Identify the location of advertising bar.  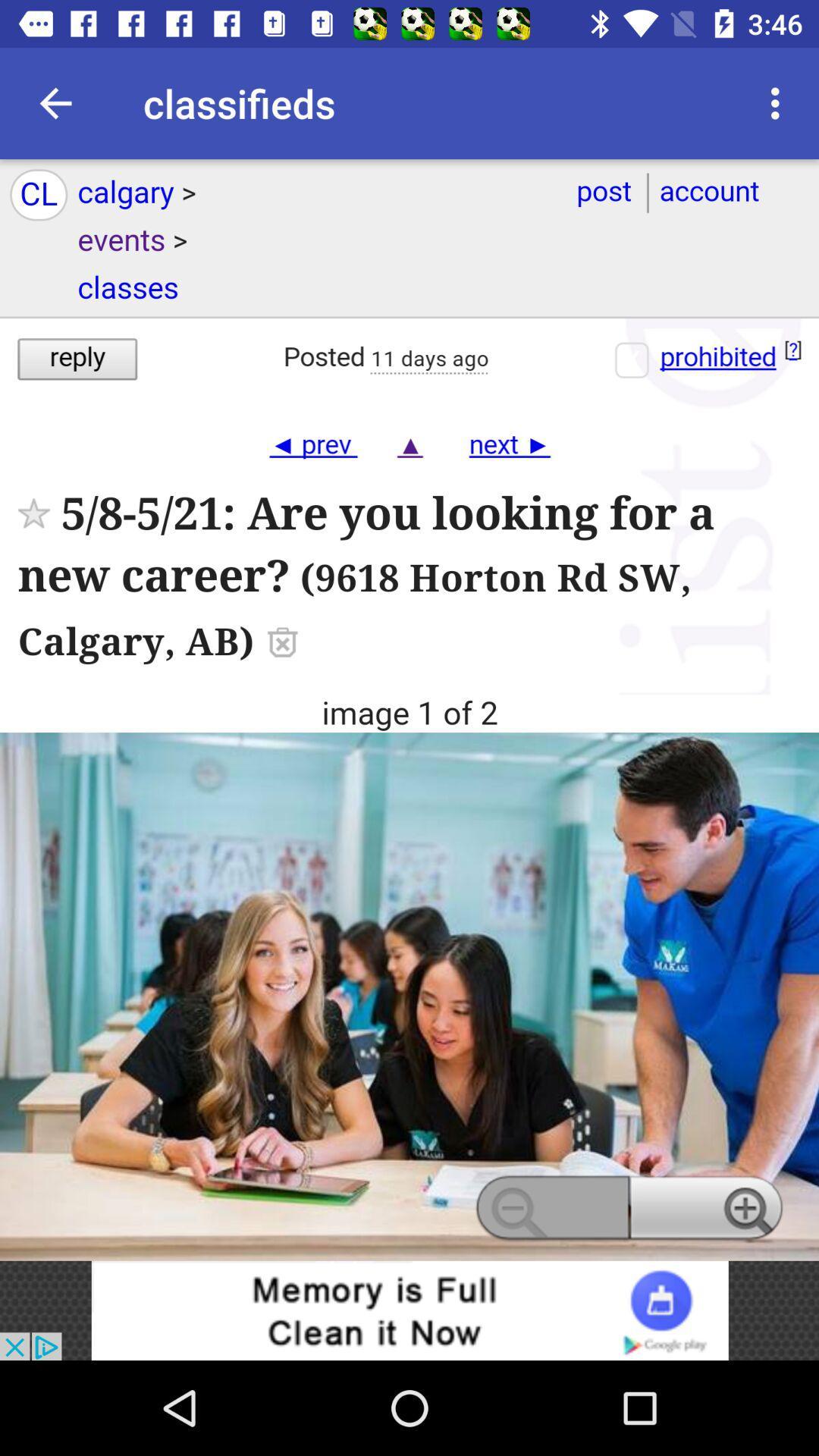
(409, 1310).